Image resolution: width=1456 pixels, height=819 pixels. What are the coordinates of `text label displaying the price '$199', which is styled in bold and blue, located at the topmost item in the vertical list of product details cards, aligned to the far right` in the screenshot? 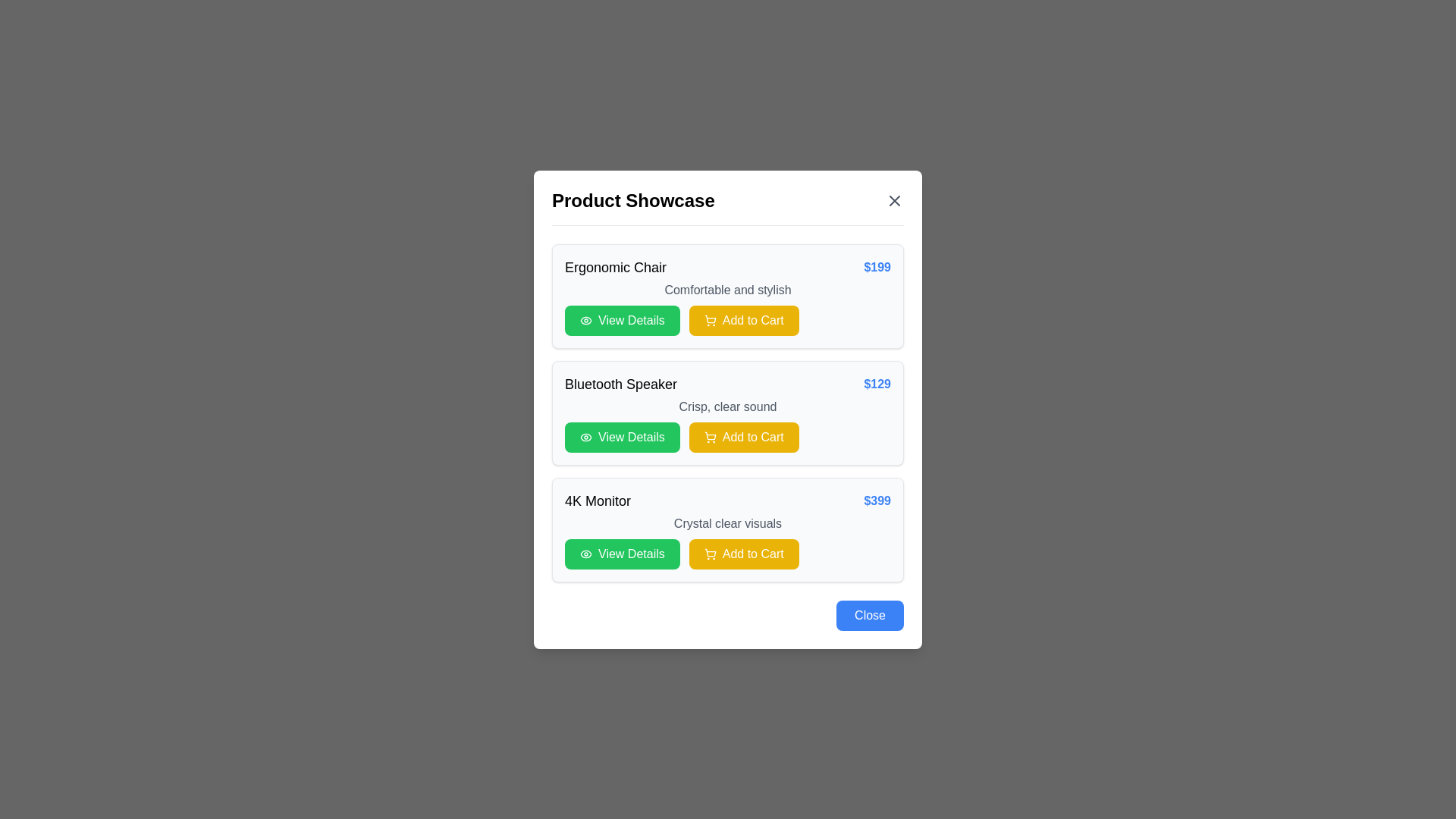 It's located at (877, 266).